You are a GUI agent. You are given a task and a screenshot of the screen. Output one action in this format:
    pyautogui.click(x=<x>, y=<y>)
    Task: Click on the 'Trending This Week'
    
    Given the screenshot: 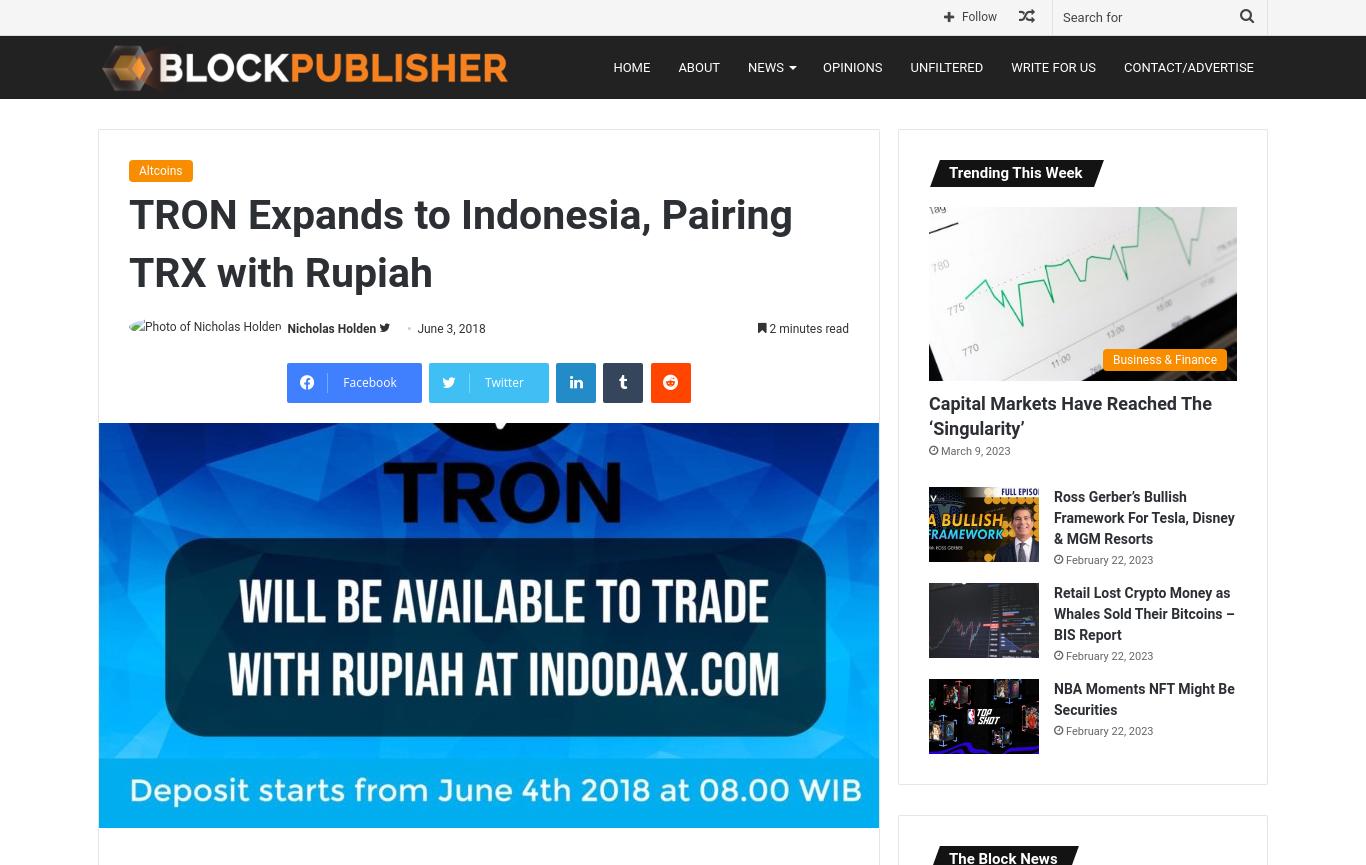 What is the action you would take?
    pyautogui.click(x=1015, y=172)
    